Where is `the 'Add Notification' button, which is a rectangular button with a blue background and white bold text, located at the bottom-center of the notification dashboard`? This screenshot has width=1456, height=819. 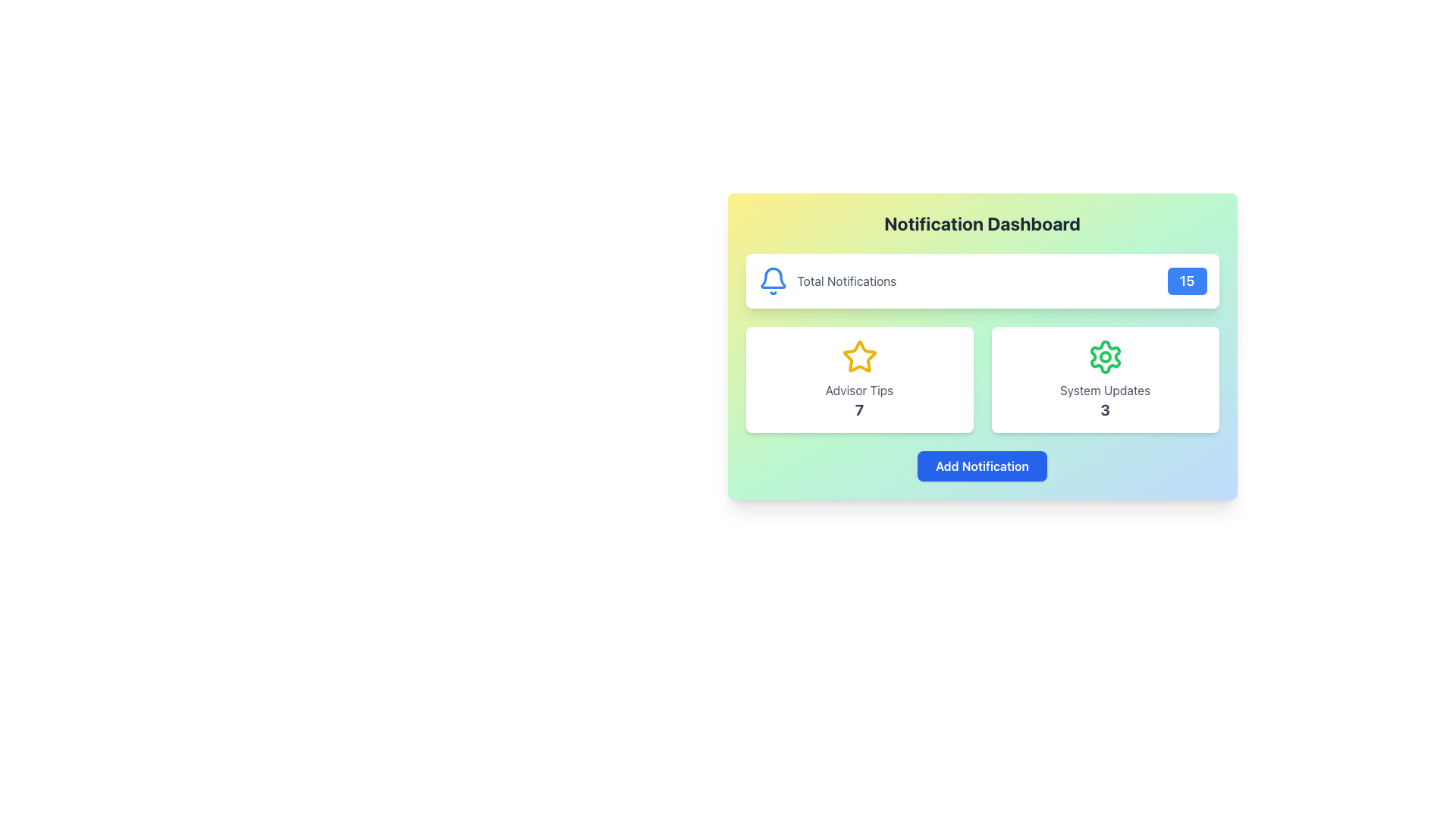 the 'Add Notification' button, which is a rectangular button with a blue background and white bold text, located at the bottom-center of the notification dashboard is located at coordinates (982, 465).